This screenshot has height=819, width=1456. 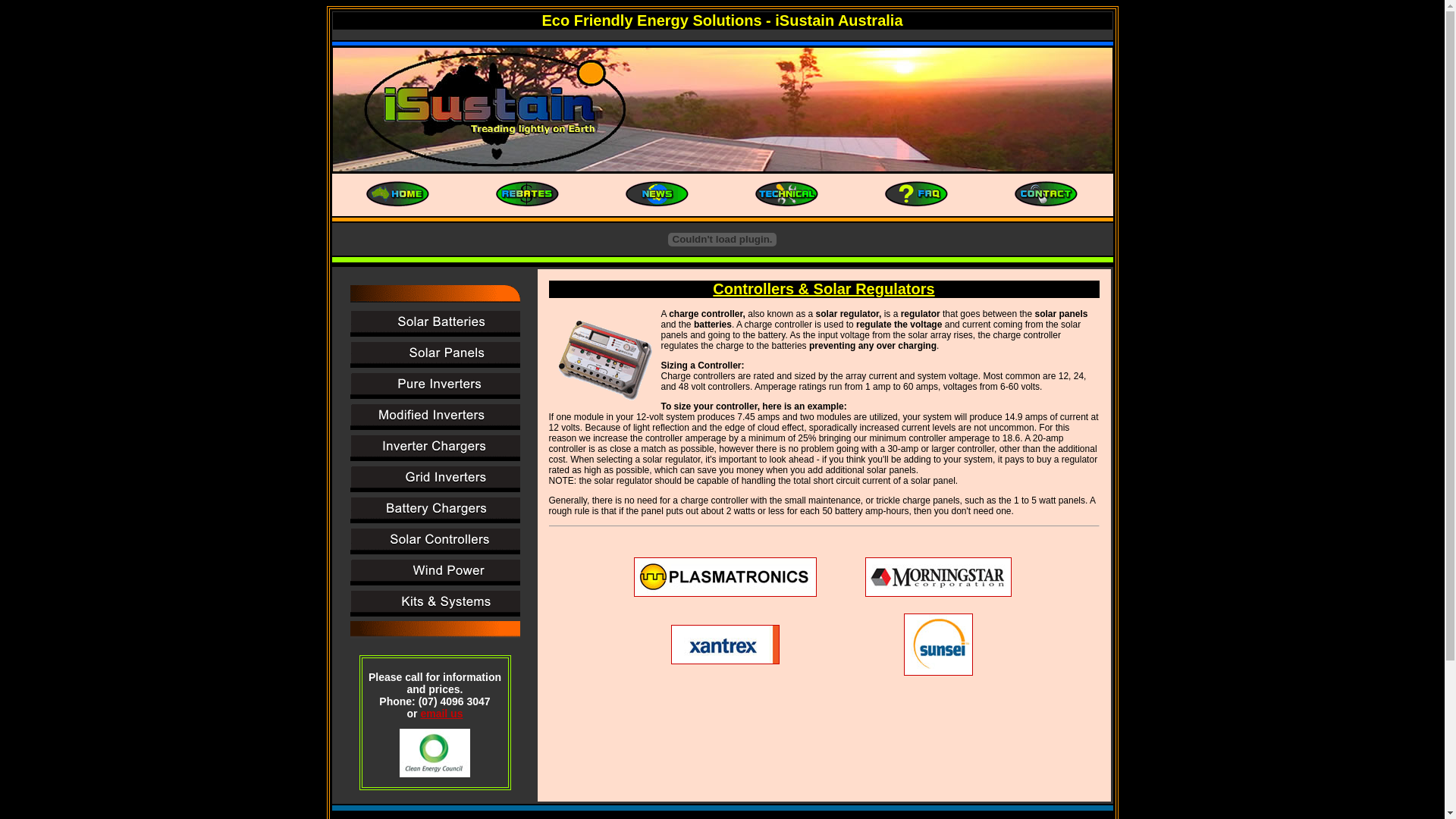 I want to click on 'email us', so click(x=440, y=714).